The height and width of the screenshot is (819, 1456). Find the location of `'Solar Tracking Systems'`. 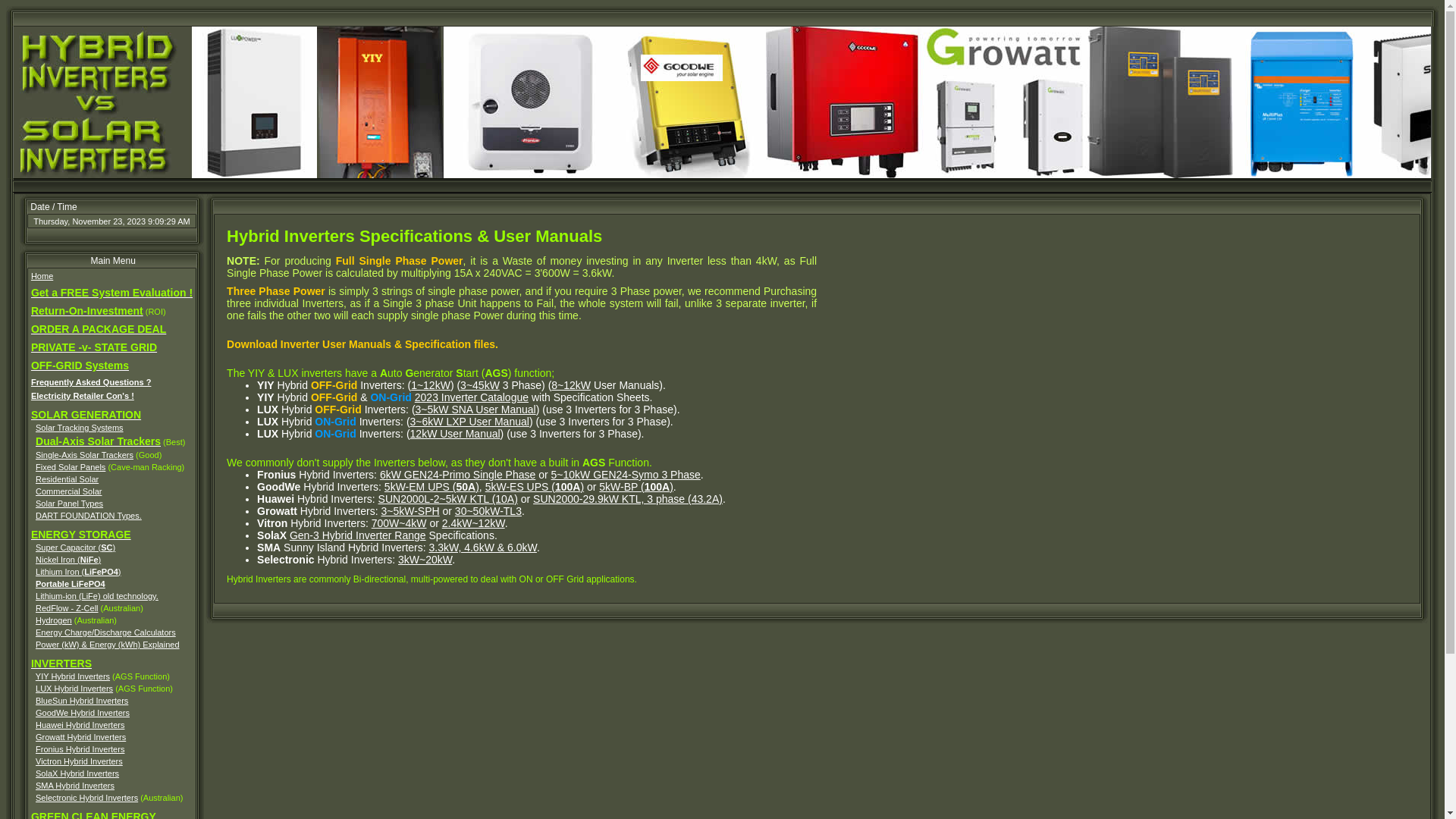

'Solar Tracking Systems' is located at coordinates (79, 427).